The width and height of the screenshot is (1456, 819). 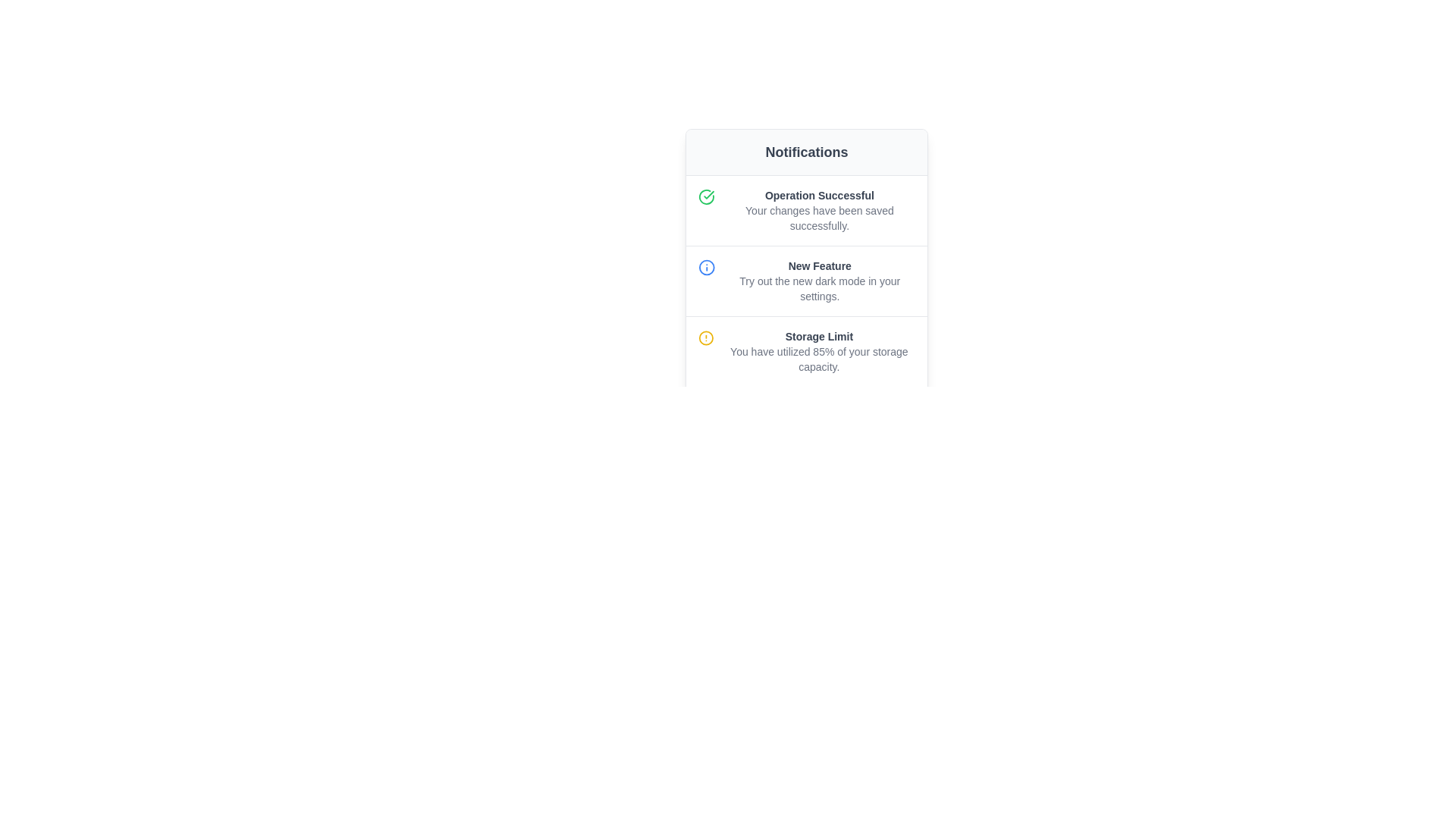 What do you see at coordinates (818, 351) in the screenshot?
I see `the informational text block titled 'Storage Limit', which displays 'You have utilized 85% of your storage capacity.' This element is located at the bottom of the notification list, under the notification titled 'New Feature.'` at bounding box center [818, 351].